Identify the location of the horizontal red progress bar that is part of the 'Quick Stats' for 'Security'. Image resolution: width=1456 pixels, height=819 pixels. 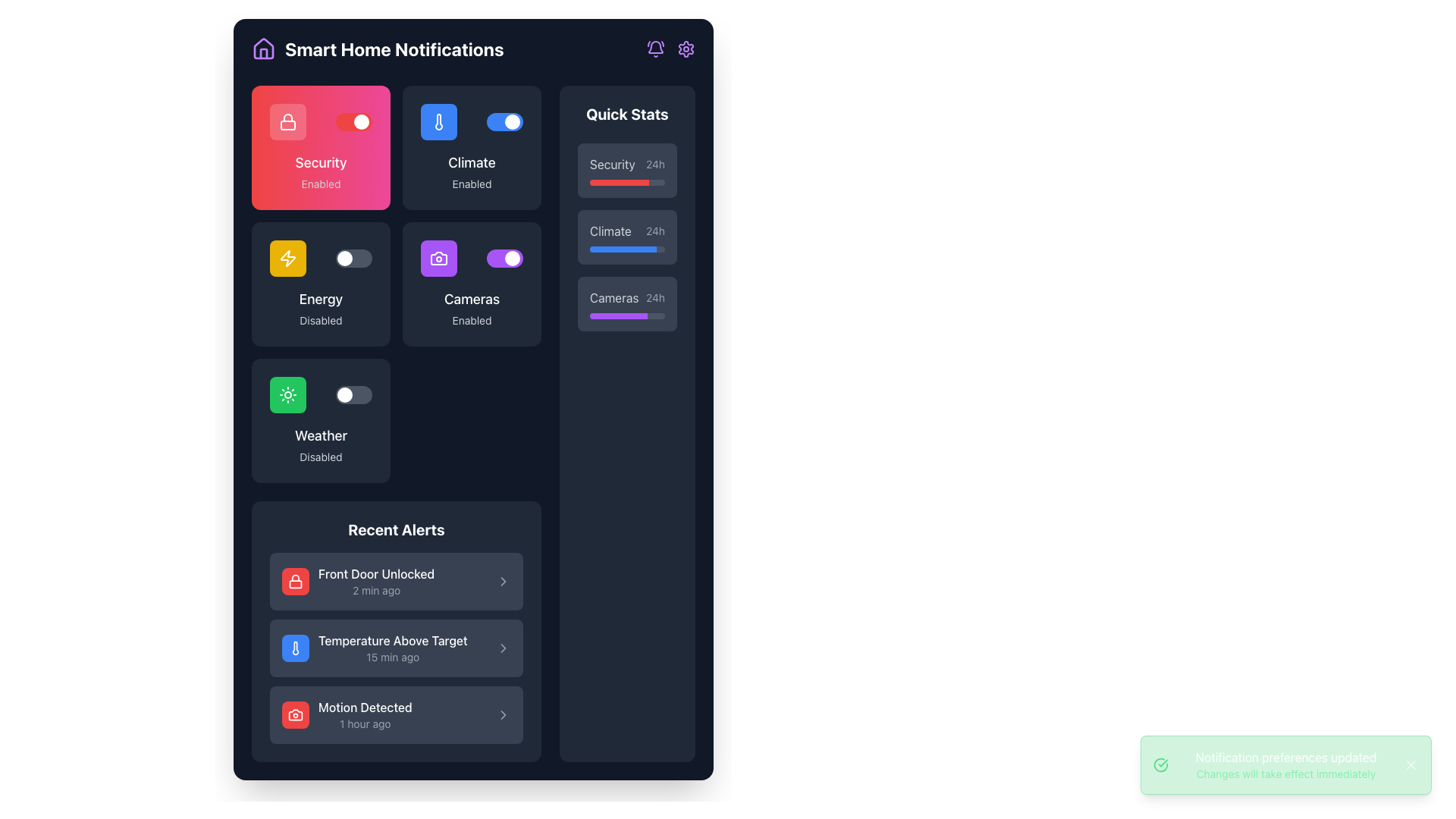
(620, 181).